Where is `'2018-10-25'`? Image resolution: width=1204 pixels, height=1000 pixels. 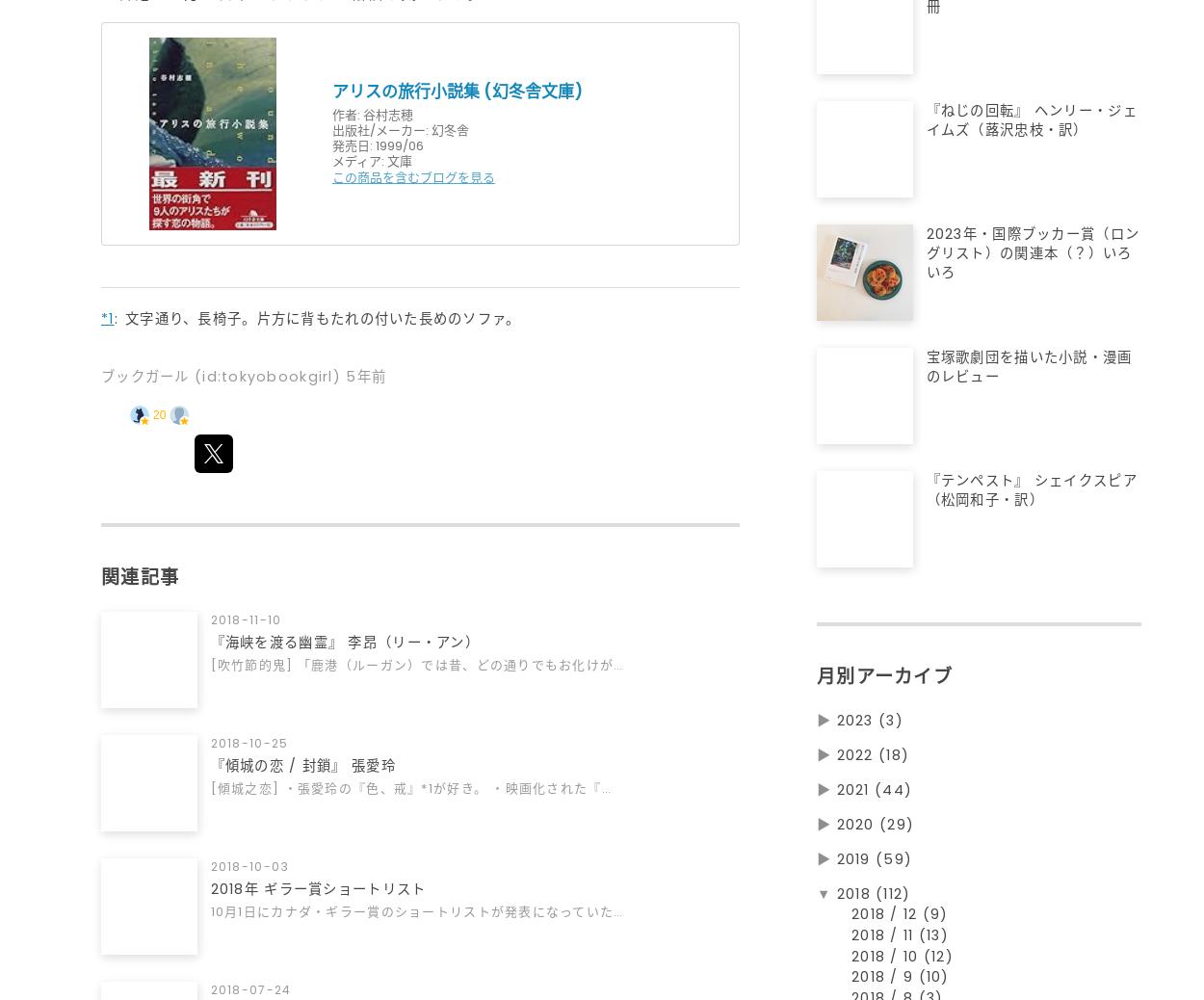 '2018-10-25' is located at coordinates (210, 743).